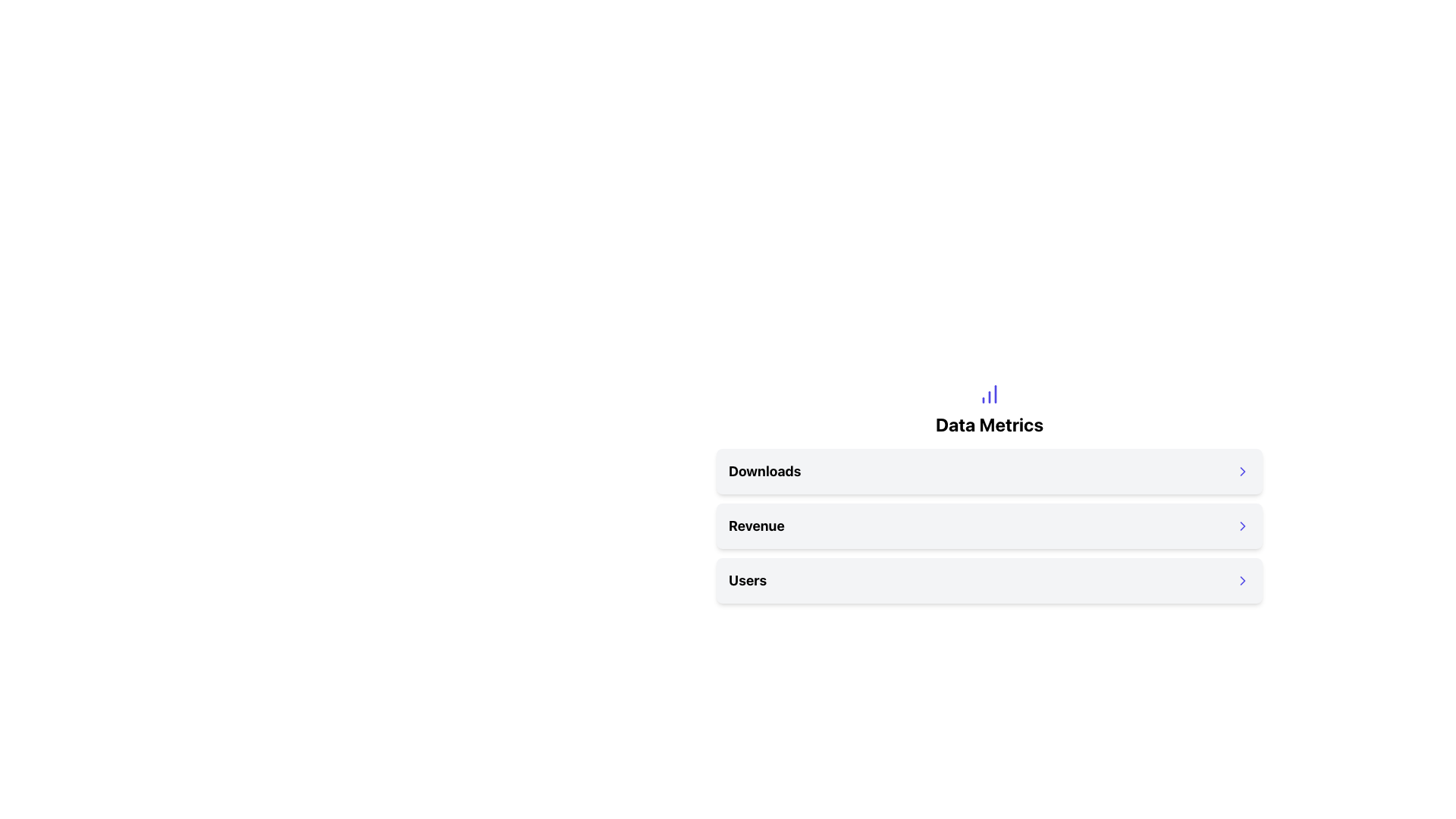 The height and width of the screenshot is (819, 1456). I want to click on the Interactive List Item labeled 'Users' which is the third item in the 'Data Metrics' section, so click(990, 580).